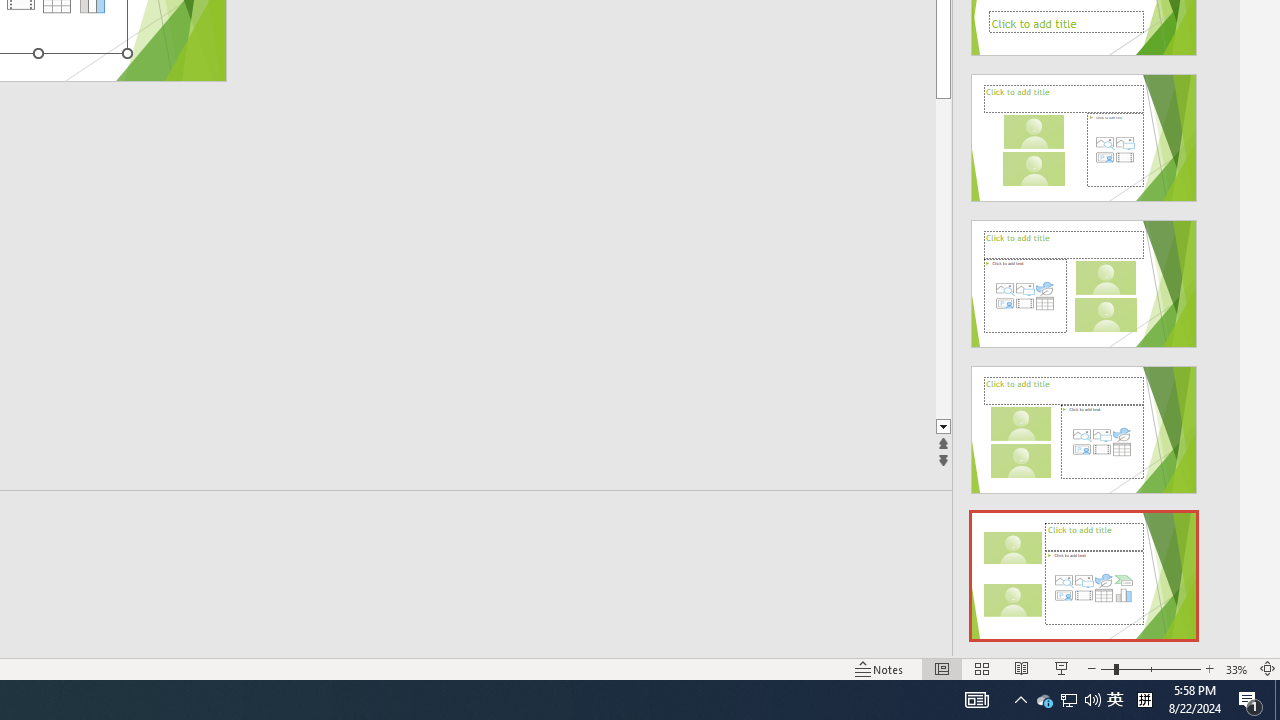 This screenshot has height=720, width=1280. Describe the element at coordinates (1236, 669) in the screenshot. I see `'Zoom 33%'` at that location.